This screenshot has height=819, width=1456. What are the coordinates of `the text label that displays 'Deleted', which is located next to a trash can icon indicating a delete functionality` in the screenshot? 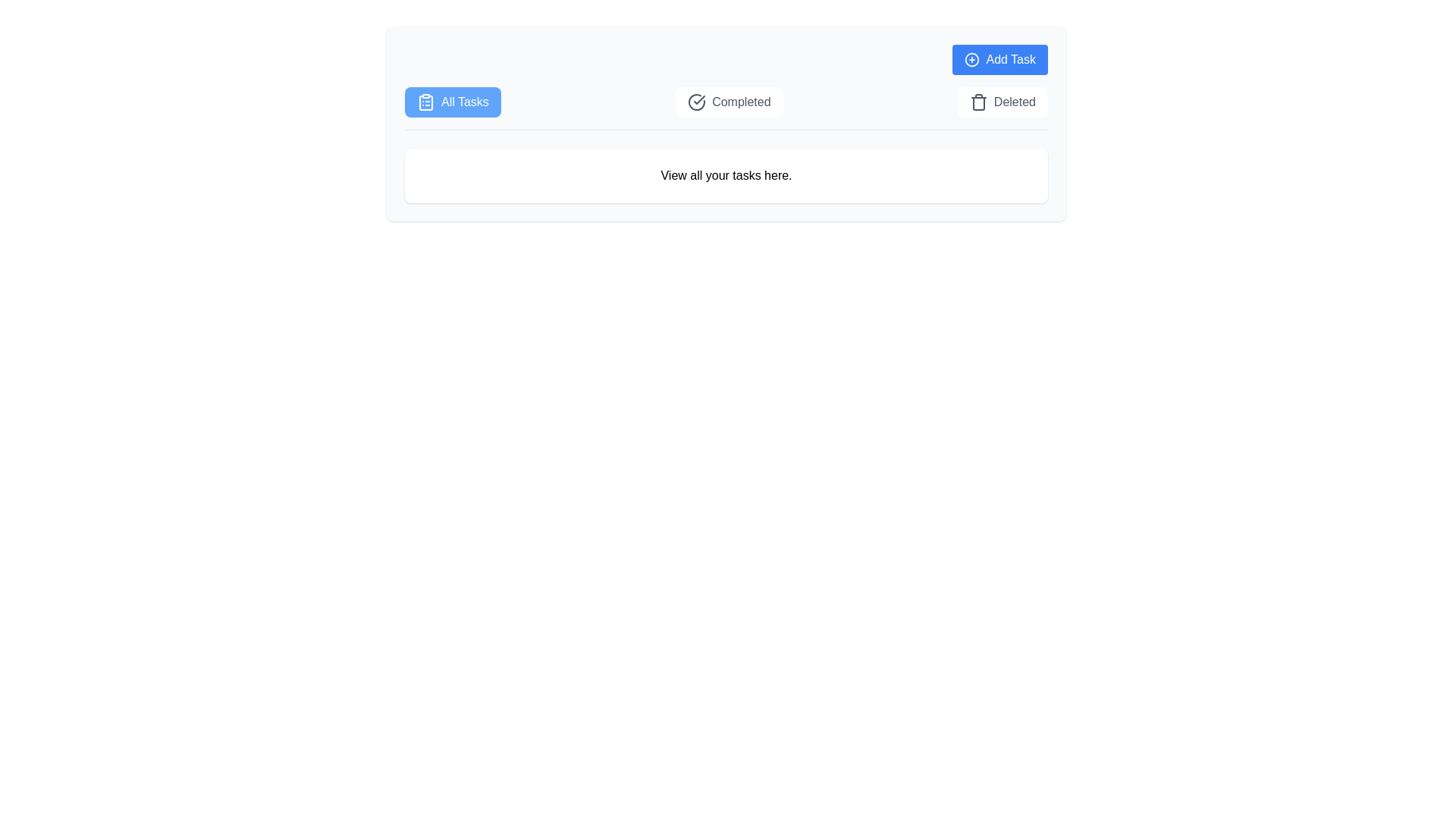 It's located at (1015, 102).